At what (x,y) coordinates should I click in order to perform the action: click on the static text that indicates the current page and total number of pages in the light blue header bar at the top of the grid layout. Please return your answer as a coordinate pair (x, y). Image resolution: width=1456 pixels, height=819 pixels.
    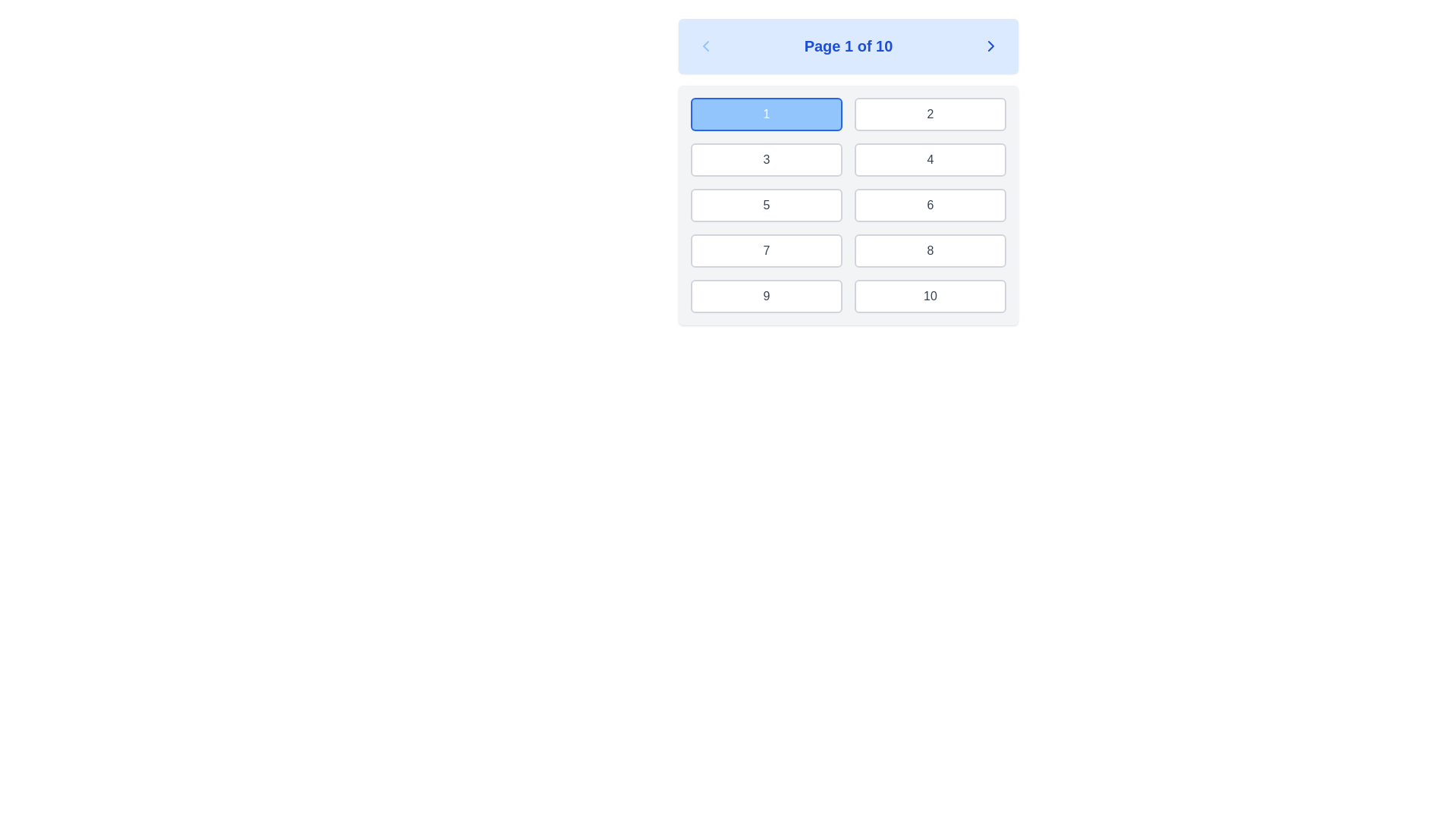
    Looking at the image, I should click on (847, 45).